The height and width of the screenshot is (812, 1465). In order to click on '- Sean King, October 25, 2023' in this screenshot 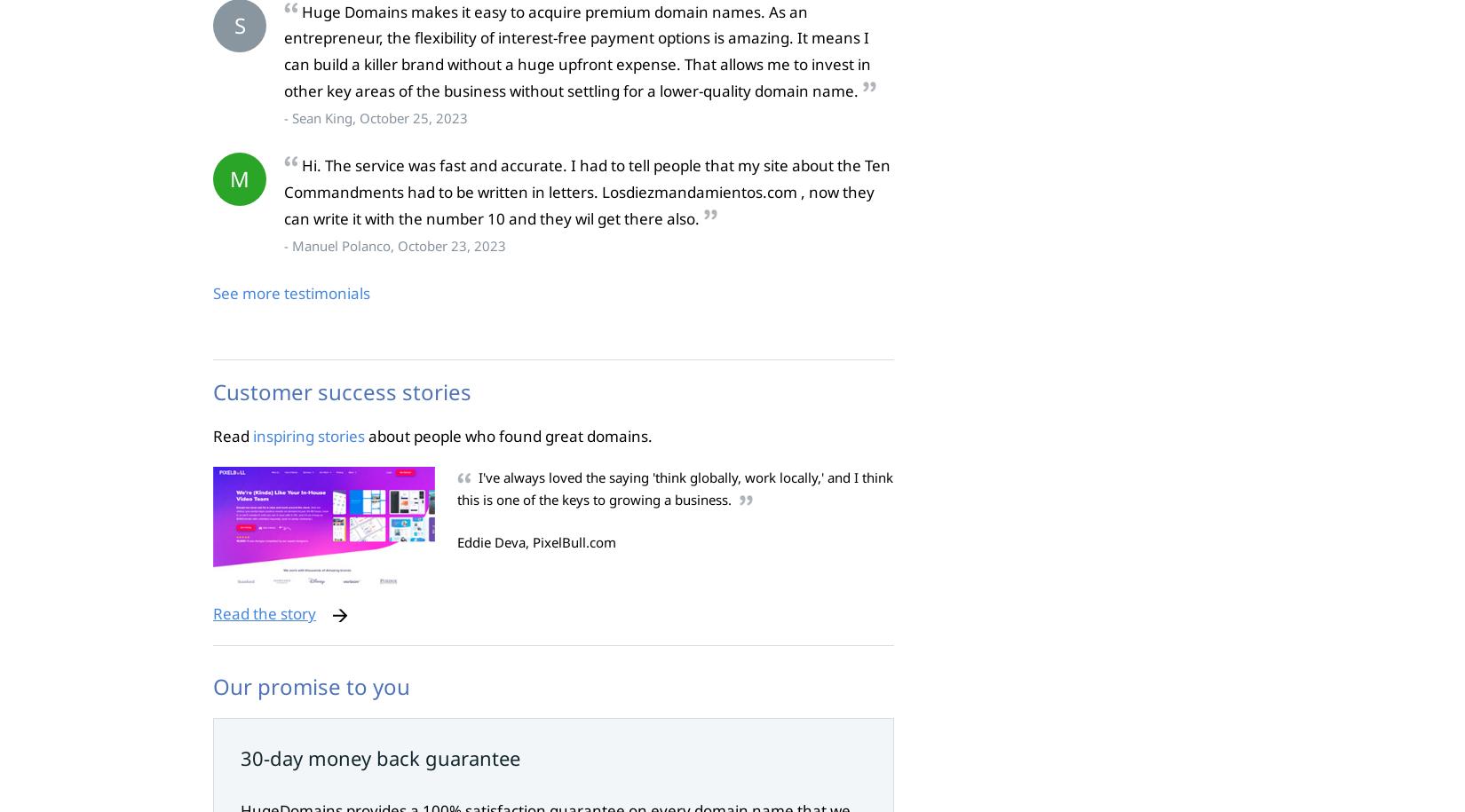, I will do `click(375, 117)`.